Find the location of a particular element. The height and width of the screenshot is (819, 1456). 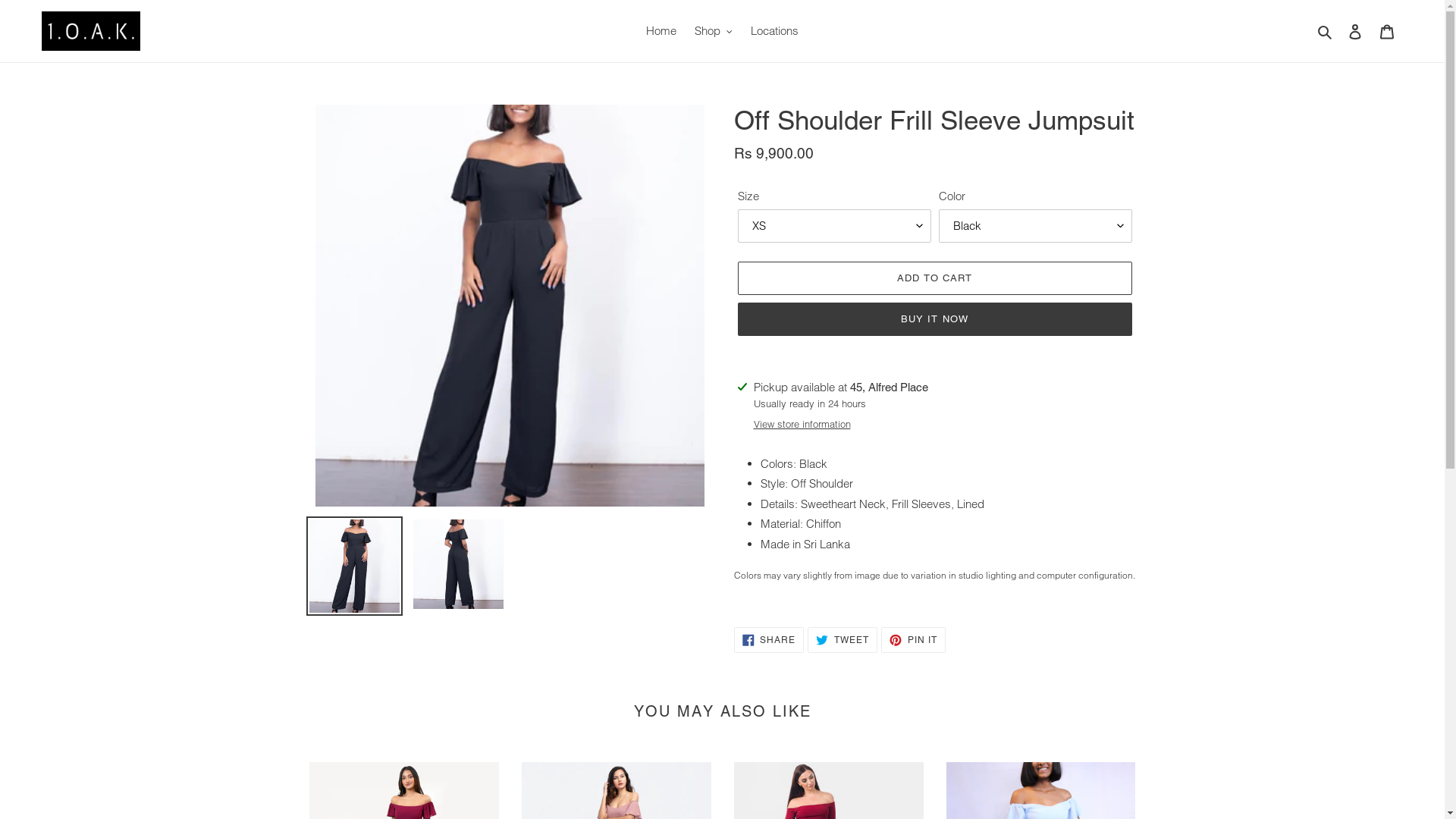

'TWEET is located at coordinates (841, 640).